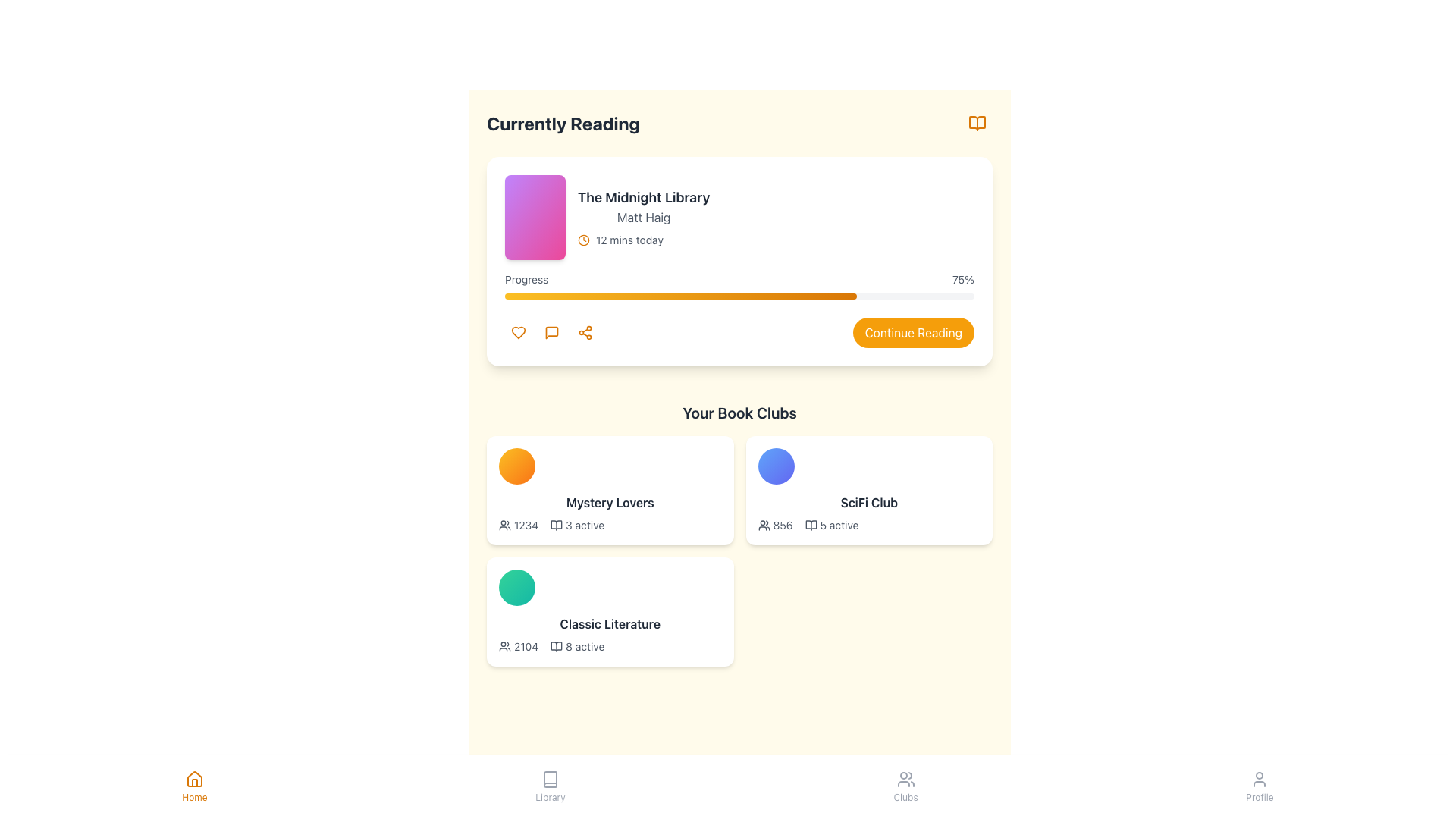 This screenshot has height=819, width=1456. I want to click on the Informational Label displaying the active count of entities in the 'SciFi Club' section, located below the club's main title and adjacent to the member count, so click(831, 525).